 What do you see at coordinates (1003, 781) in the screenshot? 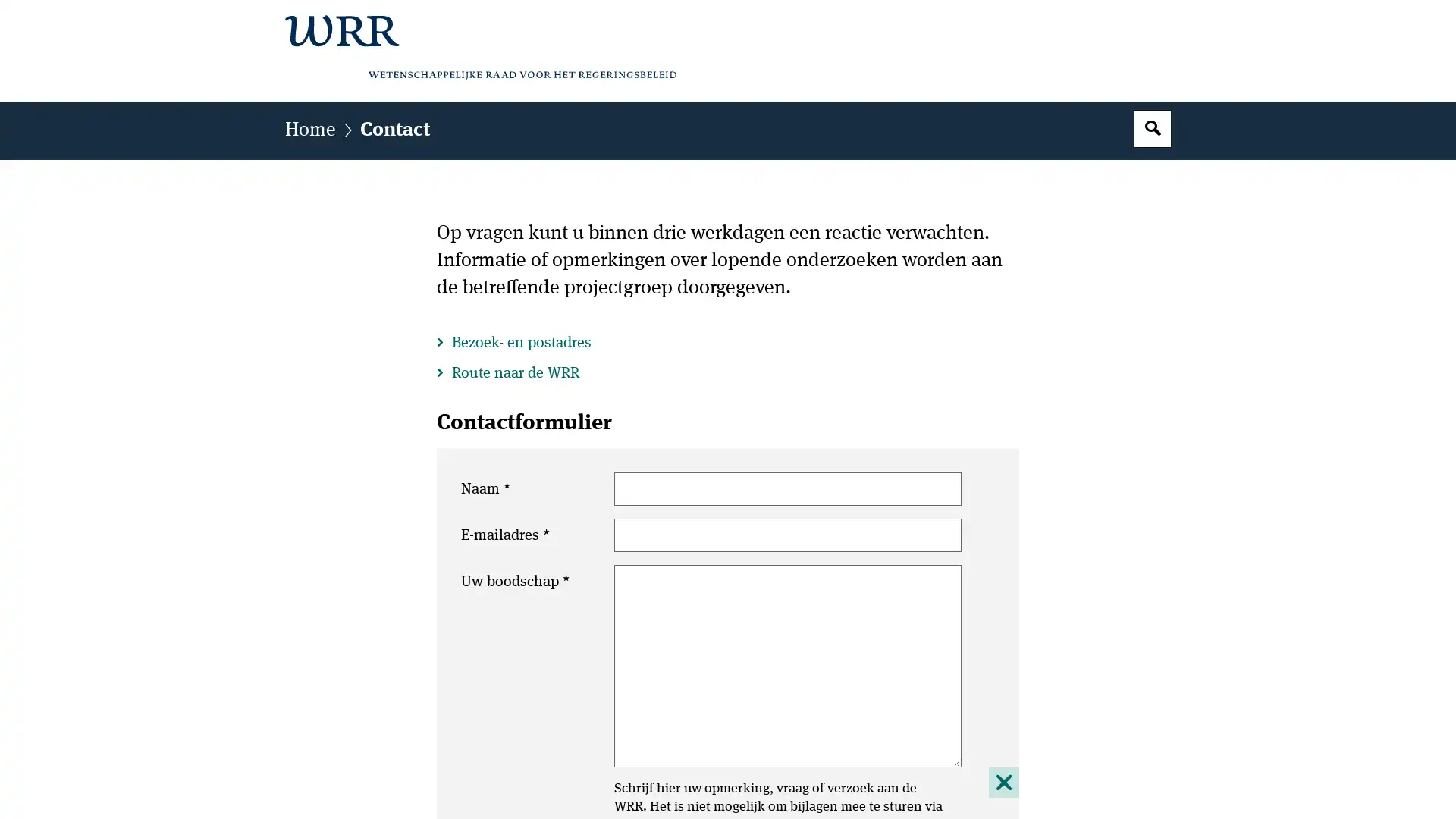
I see `Sluit deze toelichting` at bounding box center [1003, 781].